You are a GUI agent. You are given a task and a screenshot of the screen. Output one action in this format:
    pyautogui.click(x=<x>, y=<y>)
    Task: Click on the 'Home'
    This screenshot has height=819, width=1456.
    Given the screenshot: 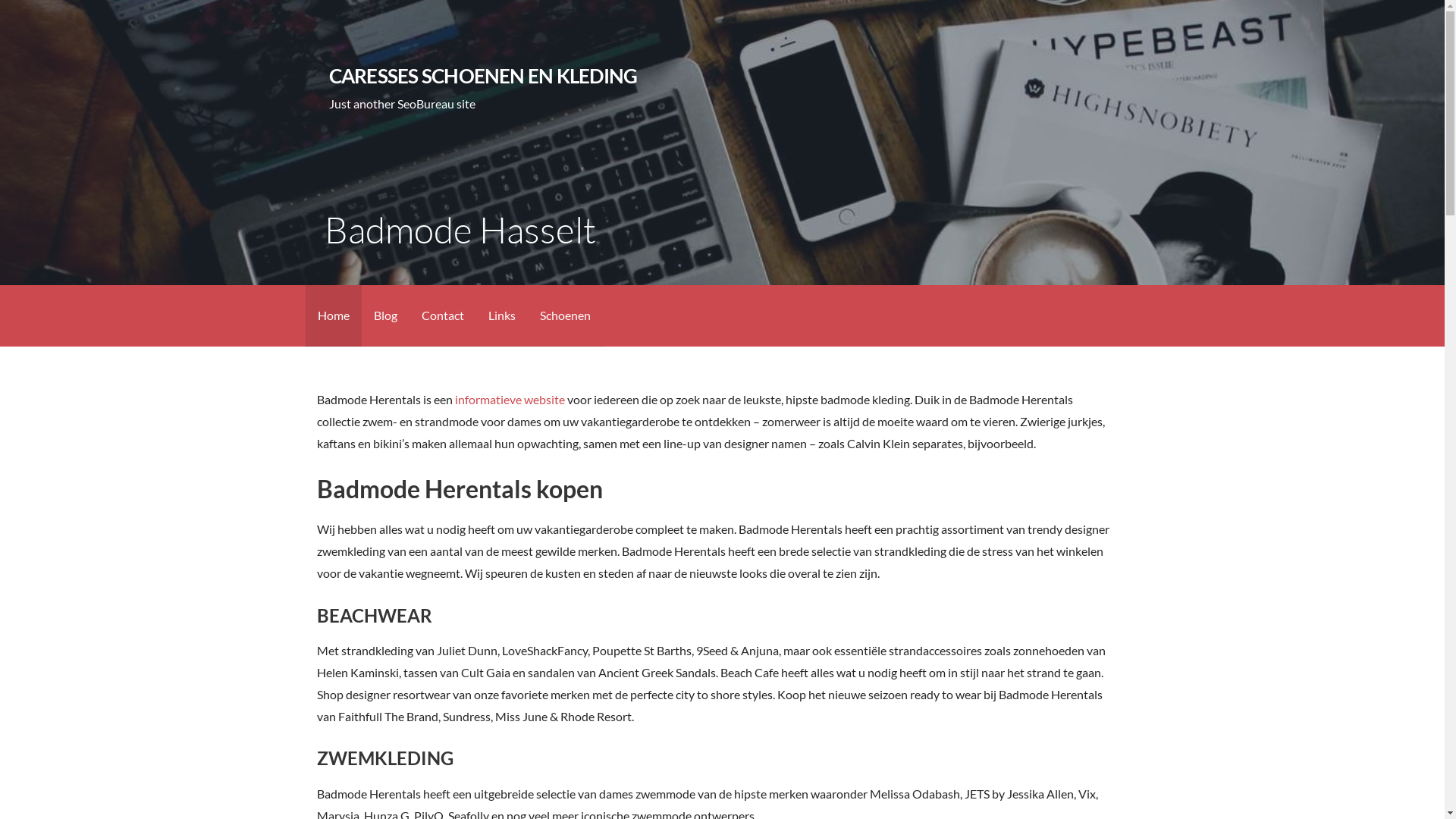 What is the action you would take?
    pyautogui.click(x=331, y=315)
    